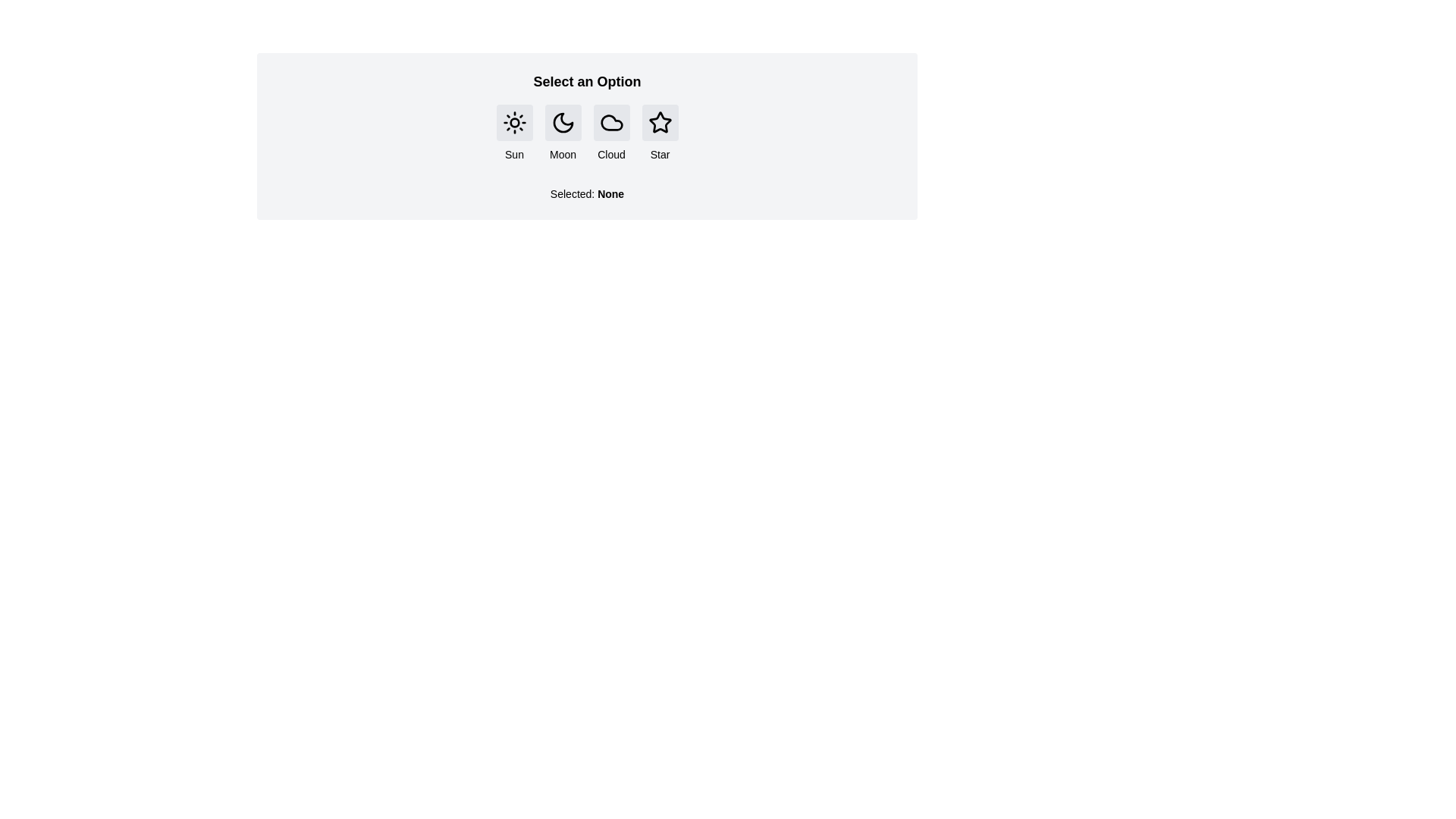 Image resolution: width=1456 pixels, height=819 pixels. What do you see at coordinates (586, 193) in the screenshot?
I see `the text label displaying 'Selected: None', which is centered below the selectable options (Sun, Moon, Cloud, Star)` at bounding box center [586, 193].